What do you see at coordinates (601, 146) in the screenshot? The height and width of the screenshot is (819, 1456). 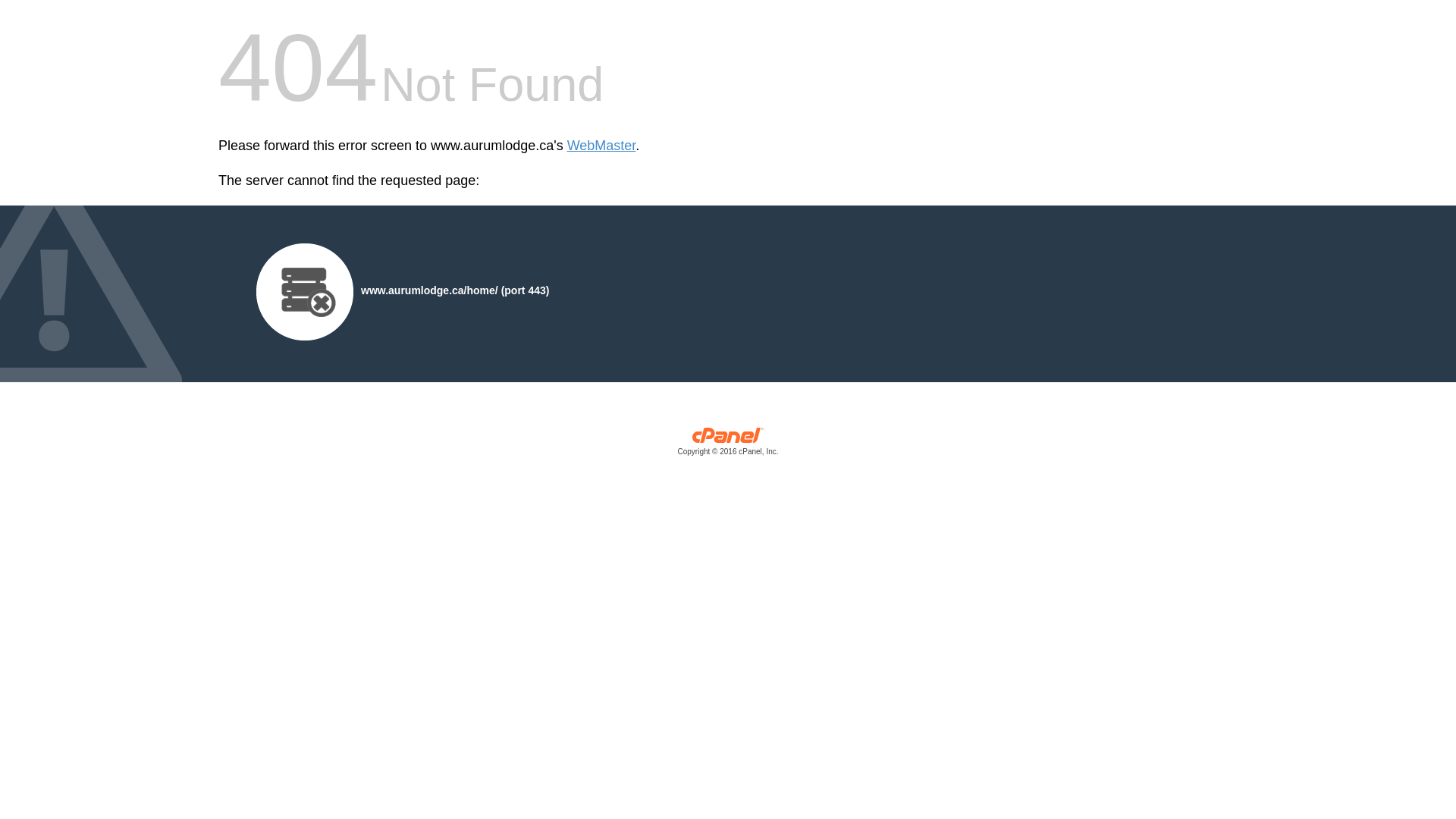 I see `'WebMaster'` at bounding box center [601, 146].